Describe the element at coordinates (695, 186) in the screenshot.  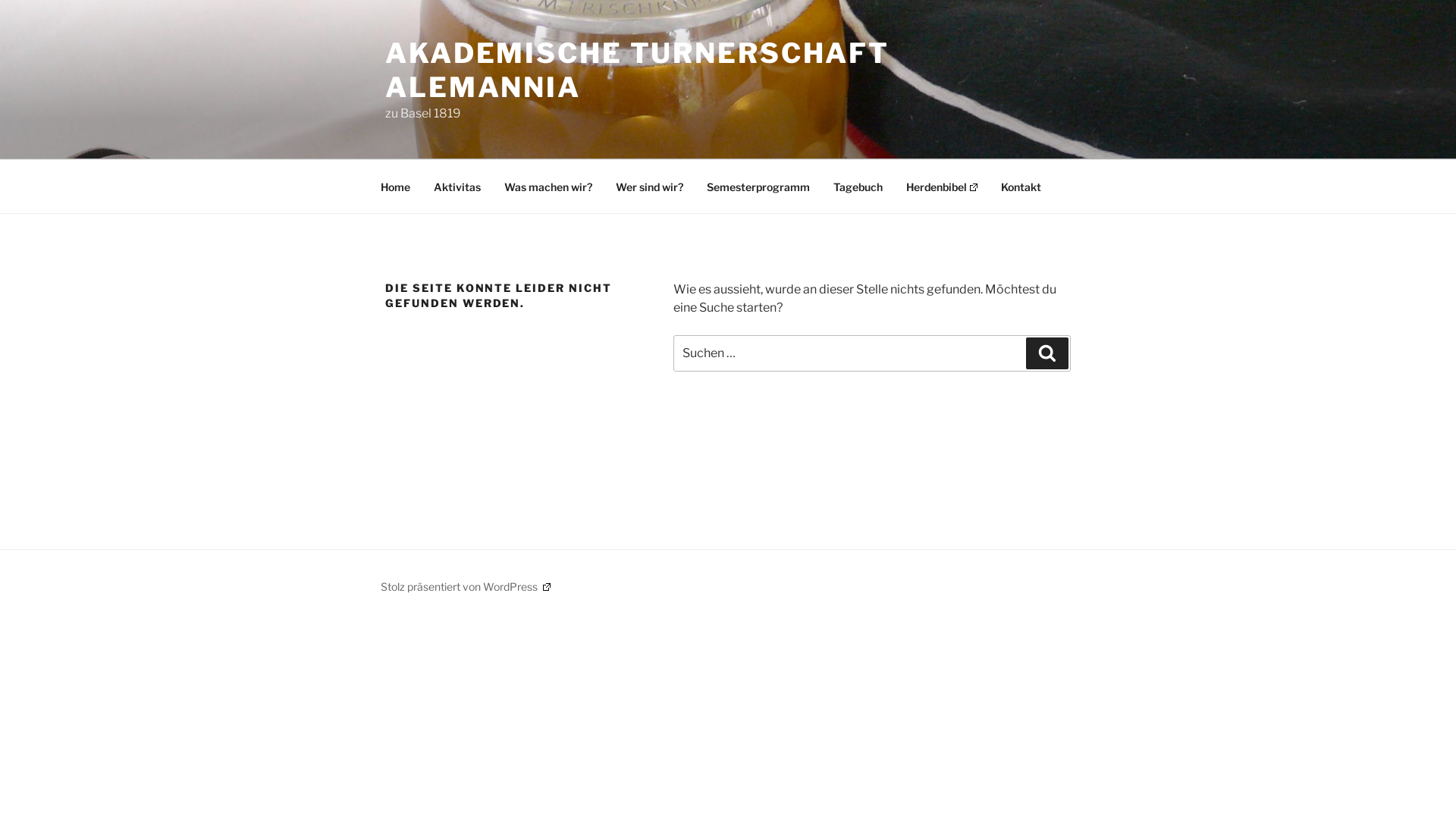
I see `'Semesterprogramm'` at that location.